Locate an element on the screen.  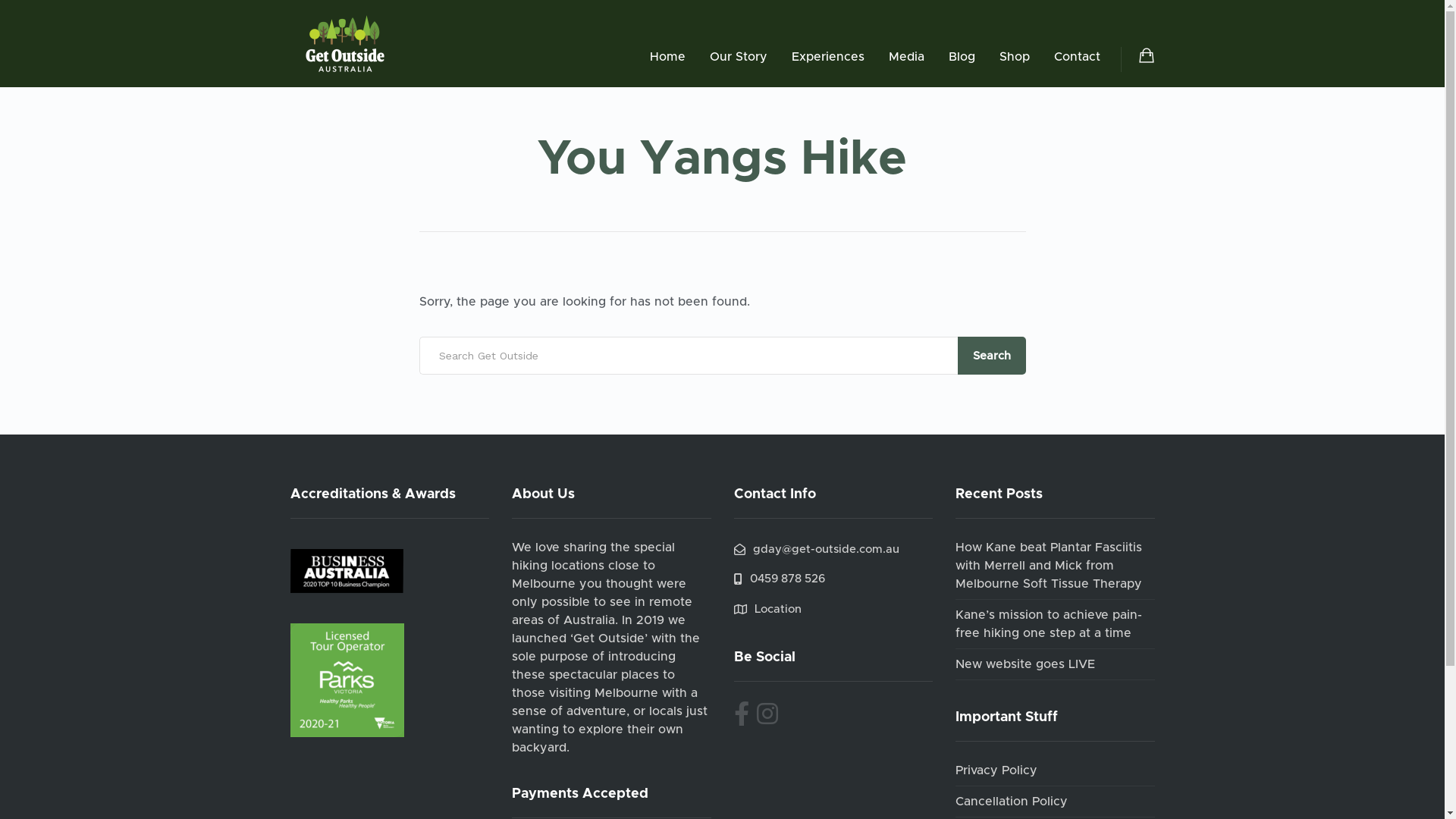
'Location' is located at coordinates (767, 608).